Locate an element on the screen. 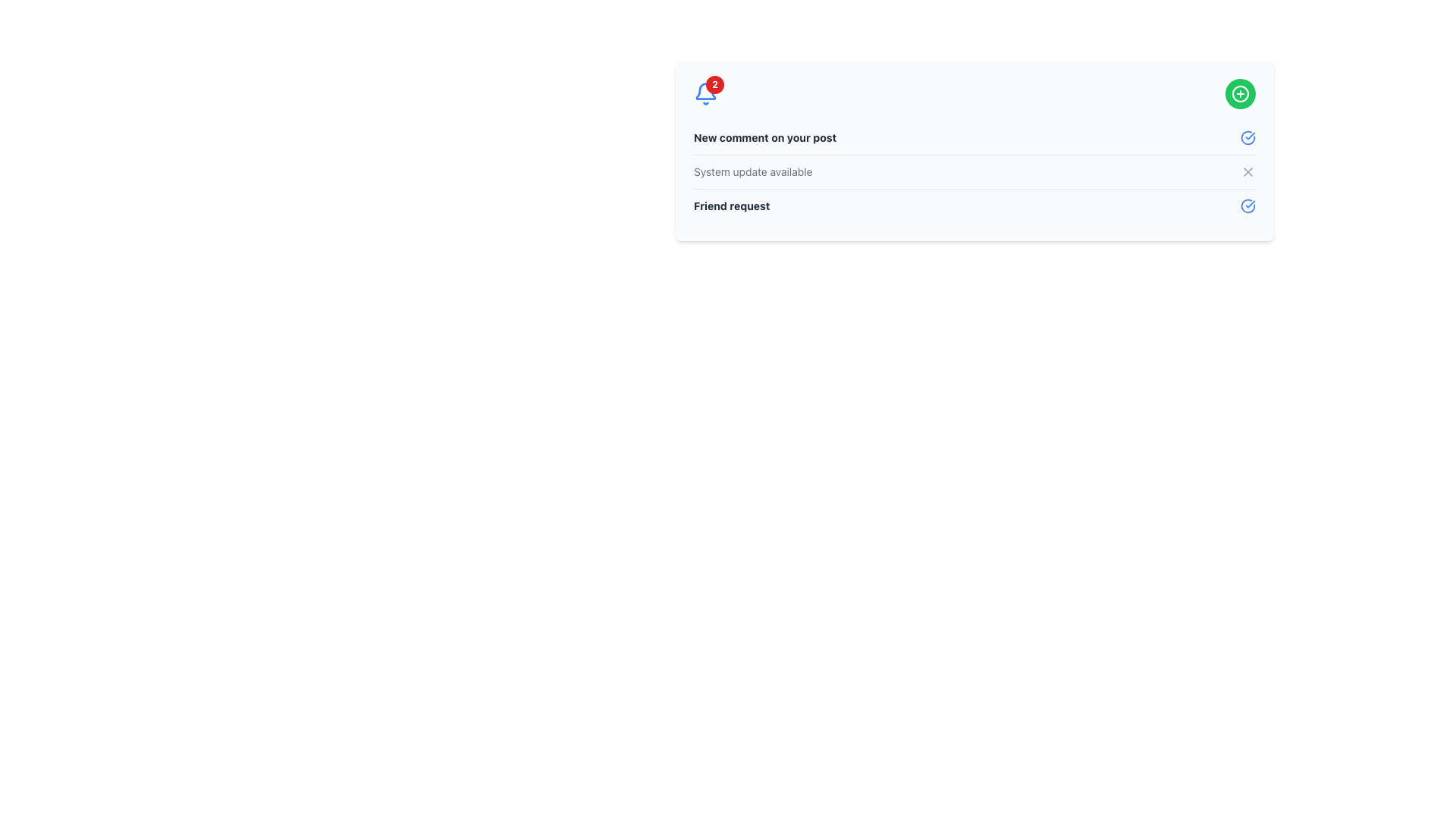 The height and width of the screenshot is (819, 1456). the close or dismiss icon located in the middle right of the list item, designed as a 24x24 pixels SVG icon is located at coordinates (1248, 171).